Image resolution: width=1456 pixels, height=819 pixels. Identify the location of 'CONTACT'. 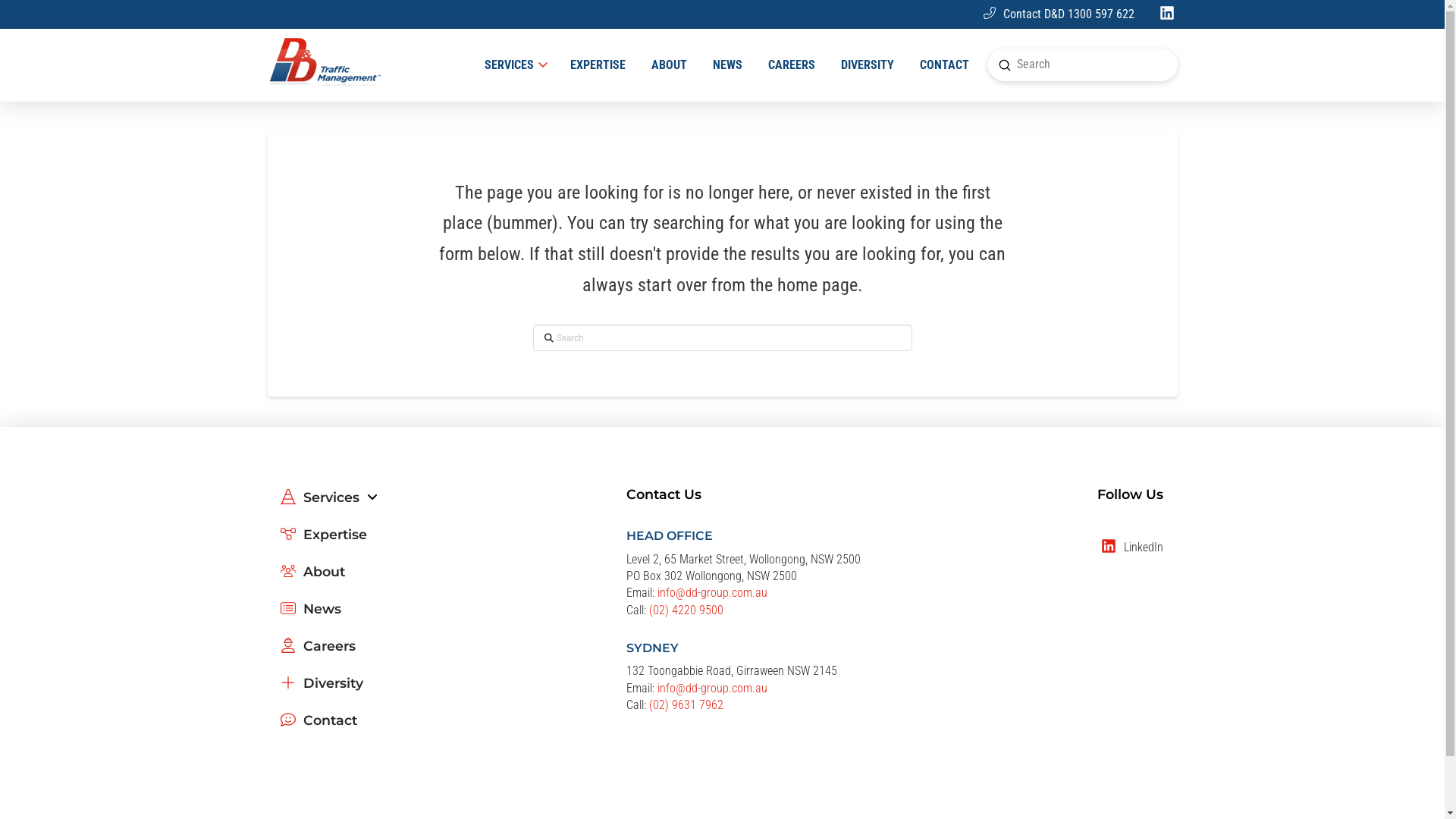
(943, 64).